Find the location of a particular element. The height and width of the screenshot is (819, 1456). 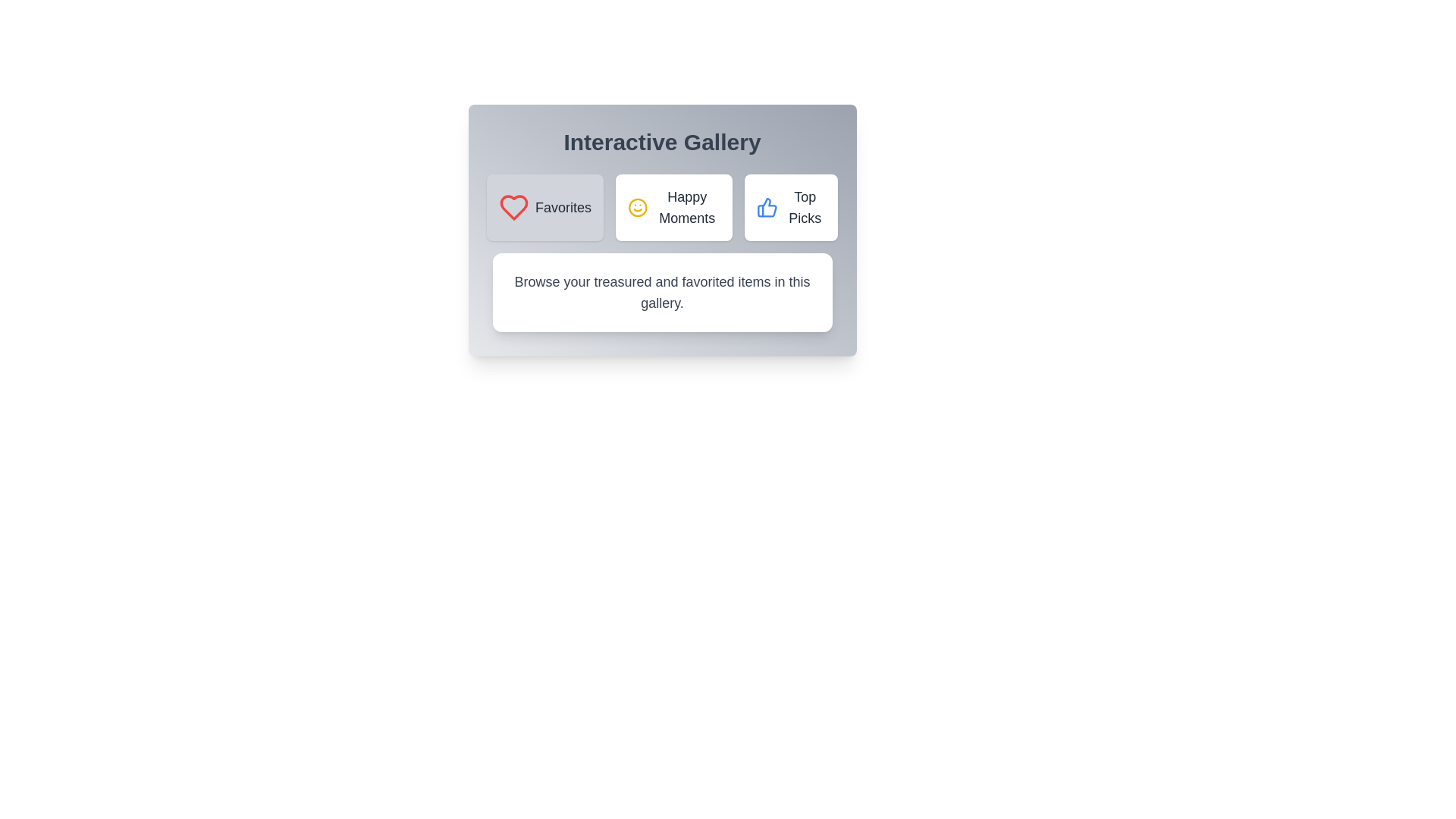

the Happy Moments category by clicking the respective button is located at coordinates (673, 207).